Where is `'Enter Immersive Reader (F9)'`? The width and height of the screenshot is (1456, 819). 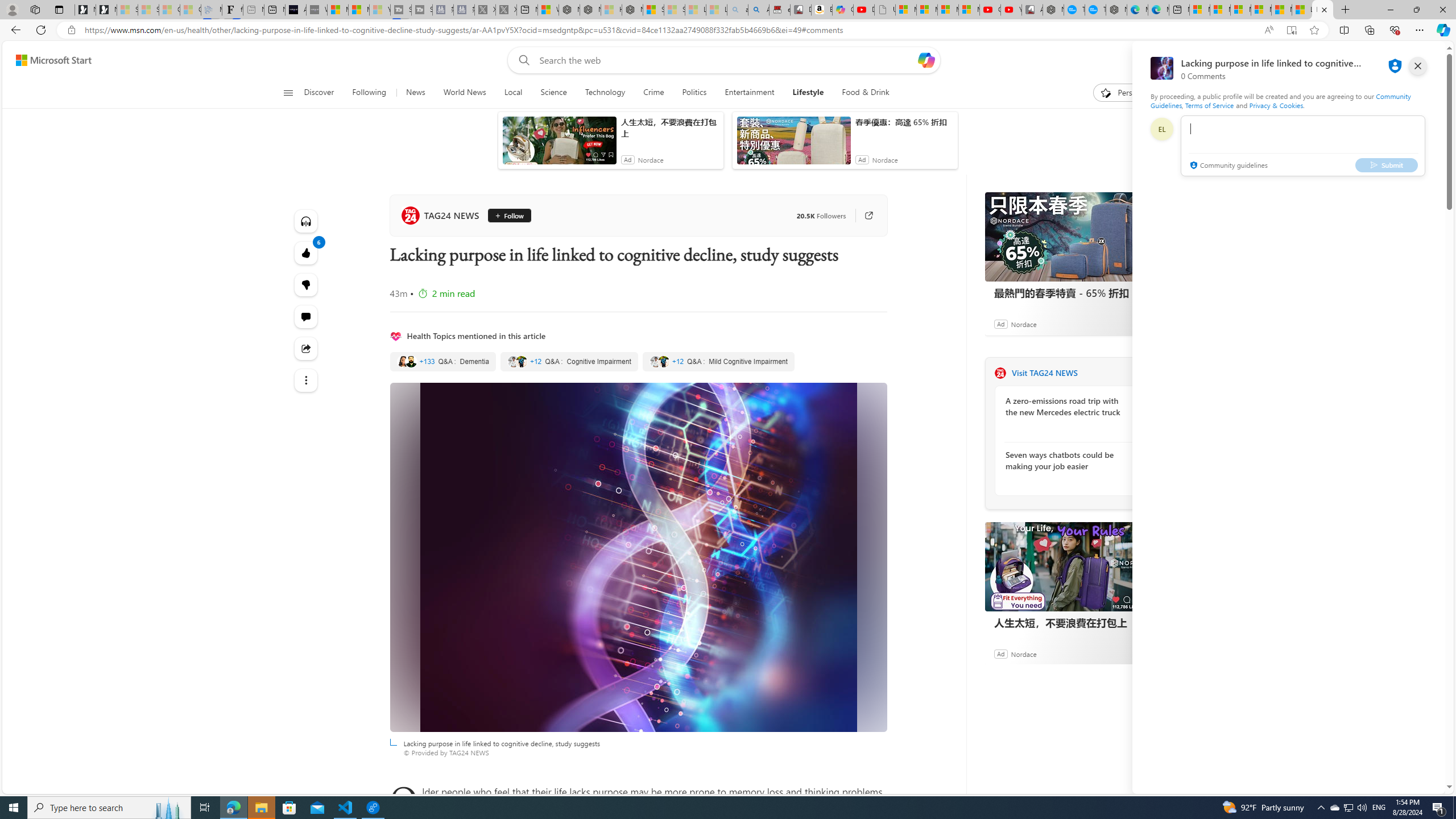
'Enter Immersive Reader (F9)' is located at coordinates (1291, 30).